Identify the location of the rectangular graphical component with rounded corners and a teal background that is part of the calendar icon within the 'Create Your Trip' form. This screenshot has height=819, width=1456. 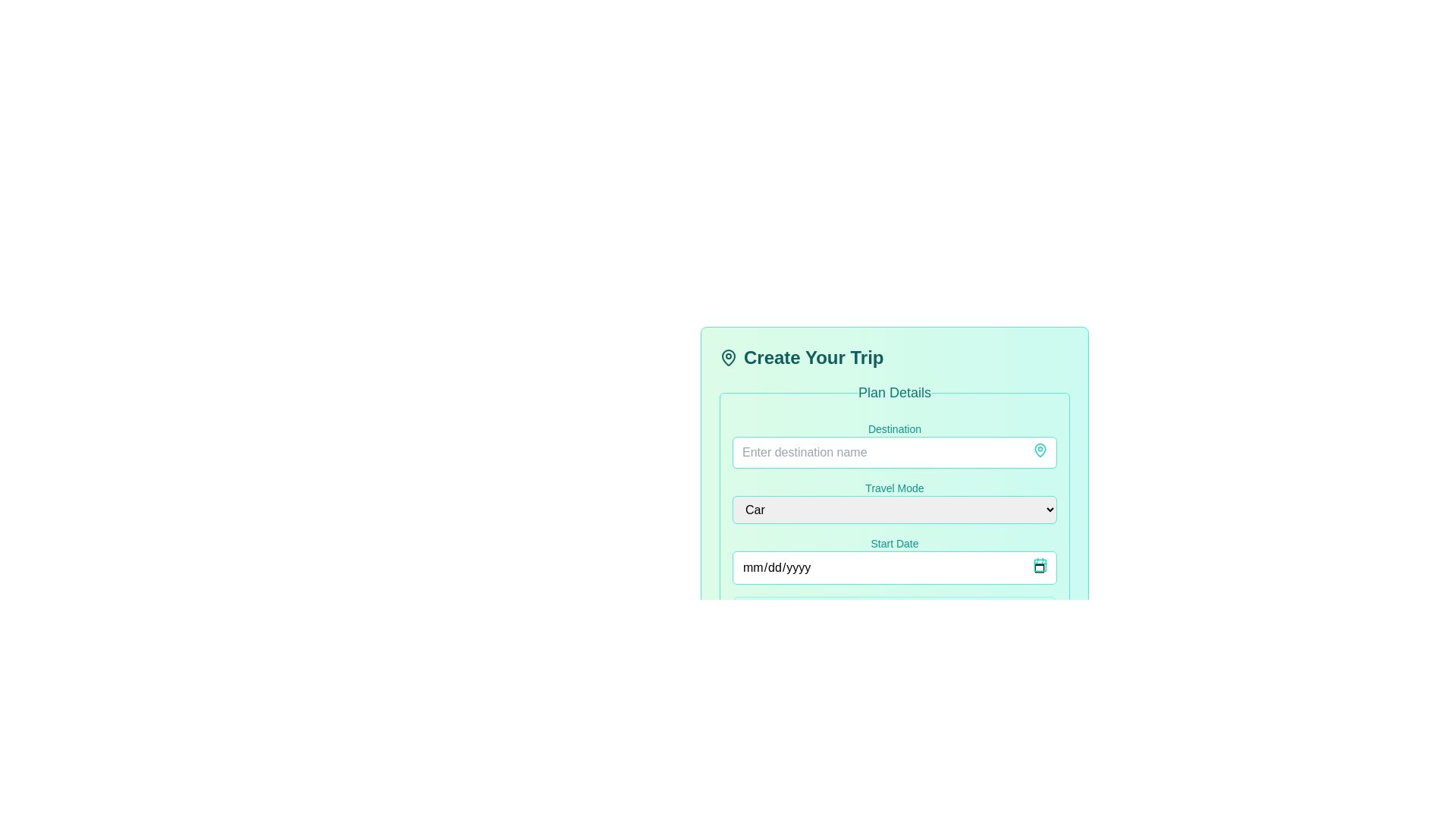
(1040, 564).